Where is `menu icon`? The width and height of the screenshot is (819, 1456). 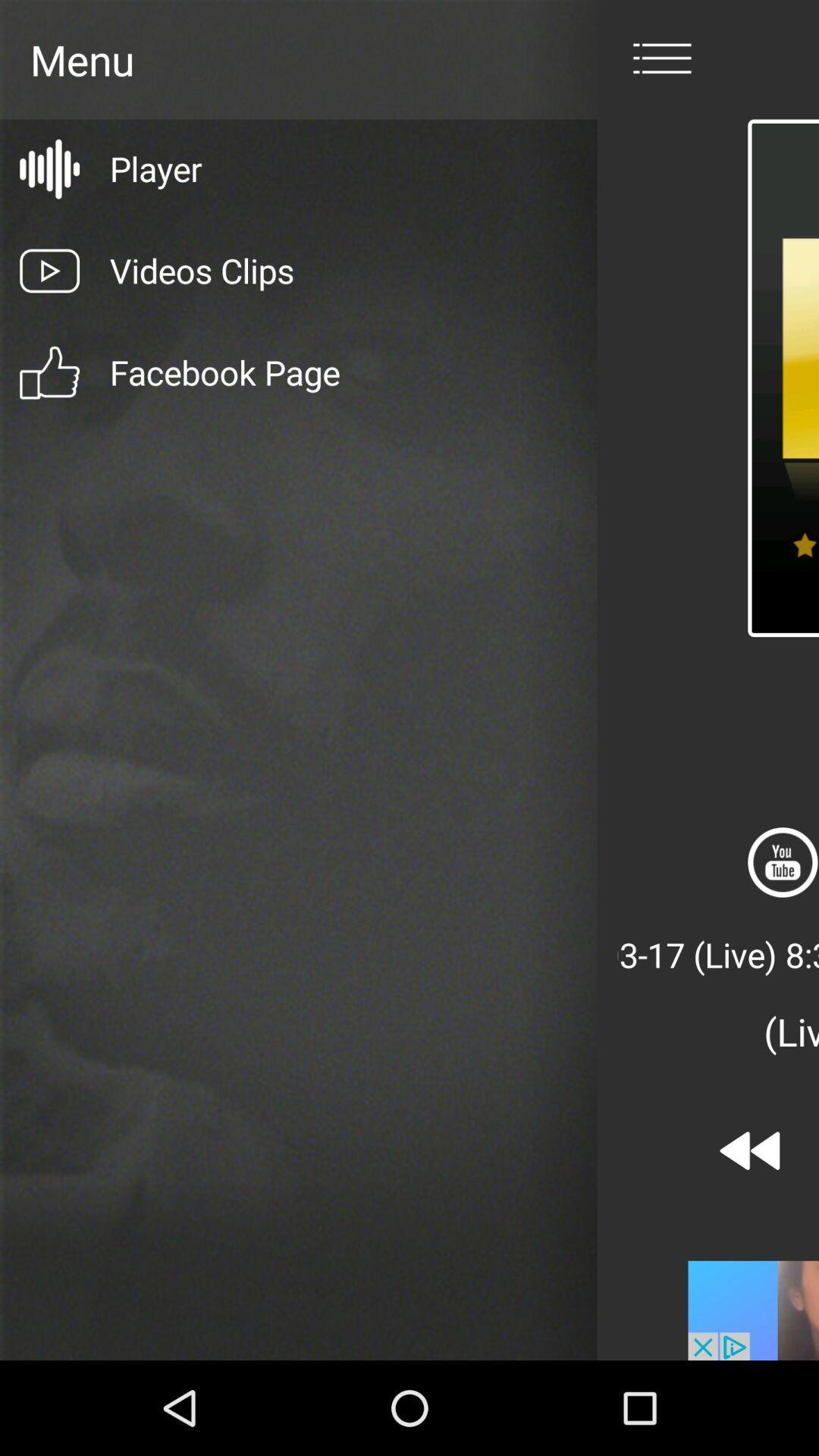 menu icon is located at coordinates (661, 59).